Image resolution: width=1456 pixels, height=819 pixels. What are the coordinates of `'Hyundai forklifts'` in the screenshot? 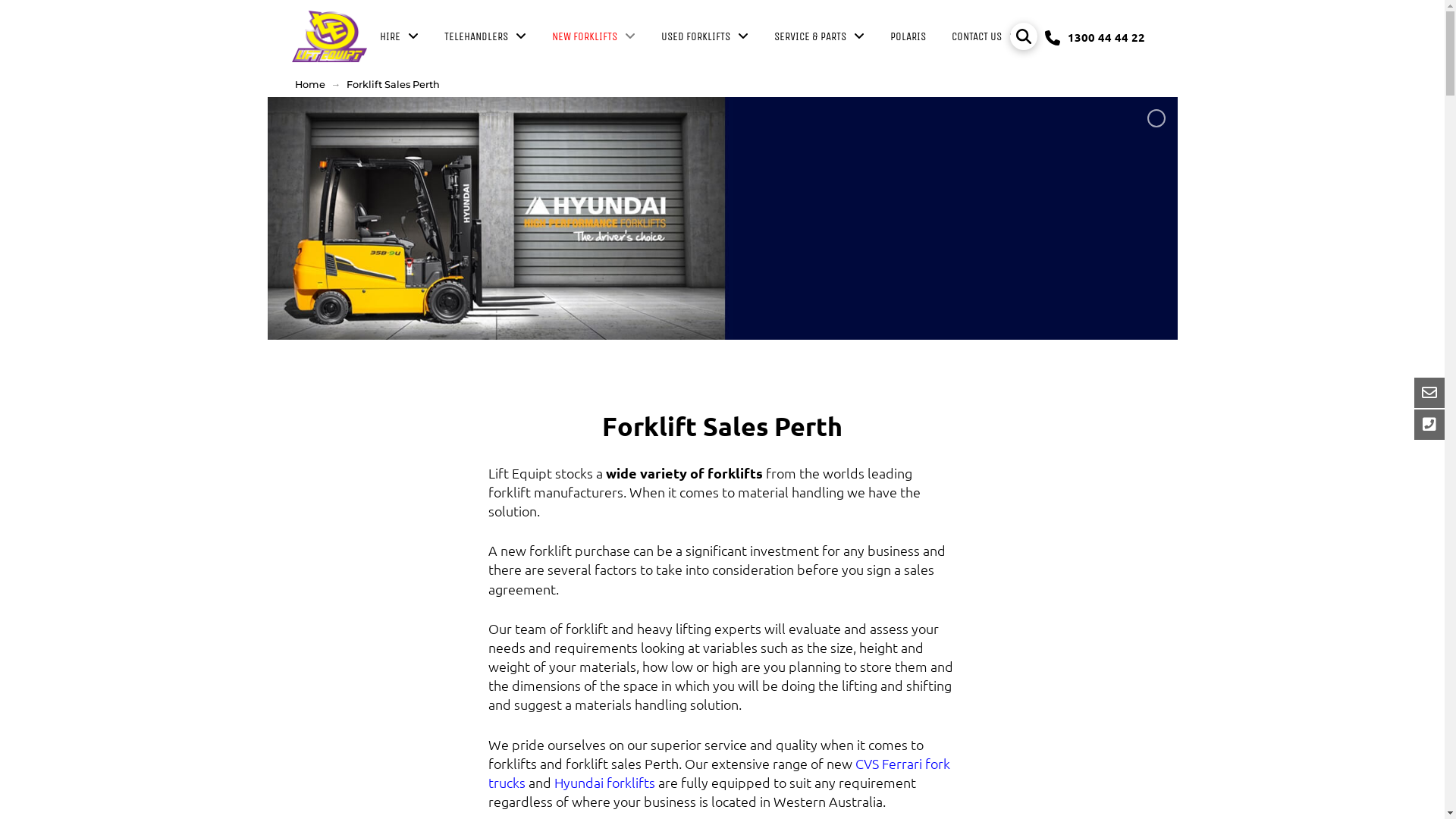 It's located at (604, 782).